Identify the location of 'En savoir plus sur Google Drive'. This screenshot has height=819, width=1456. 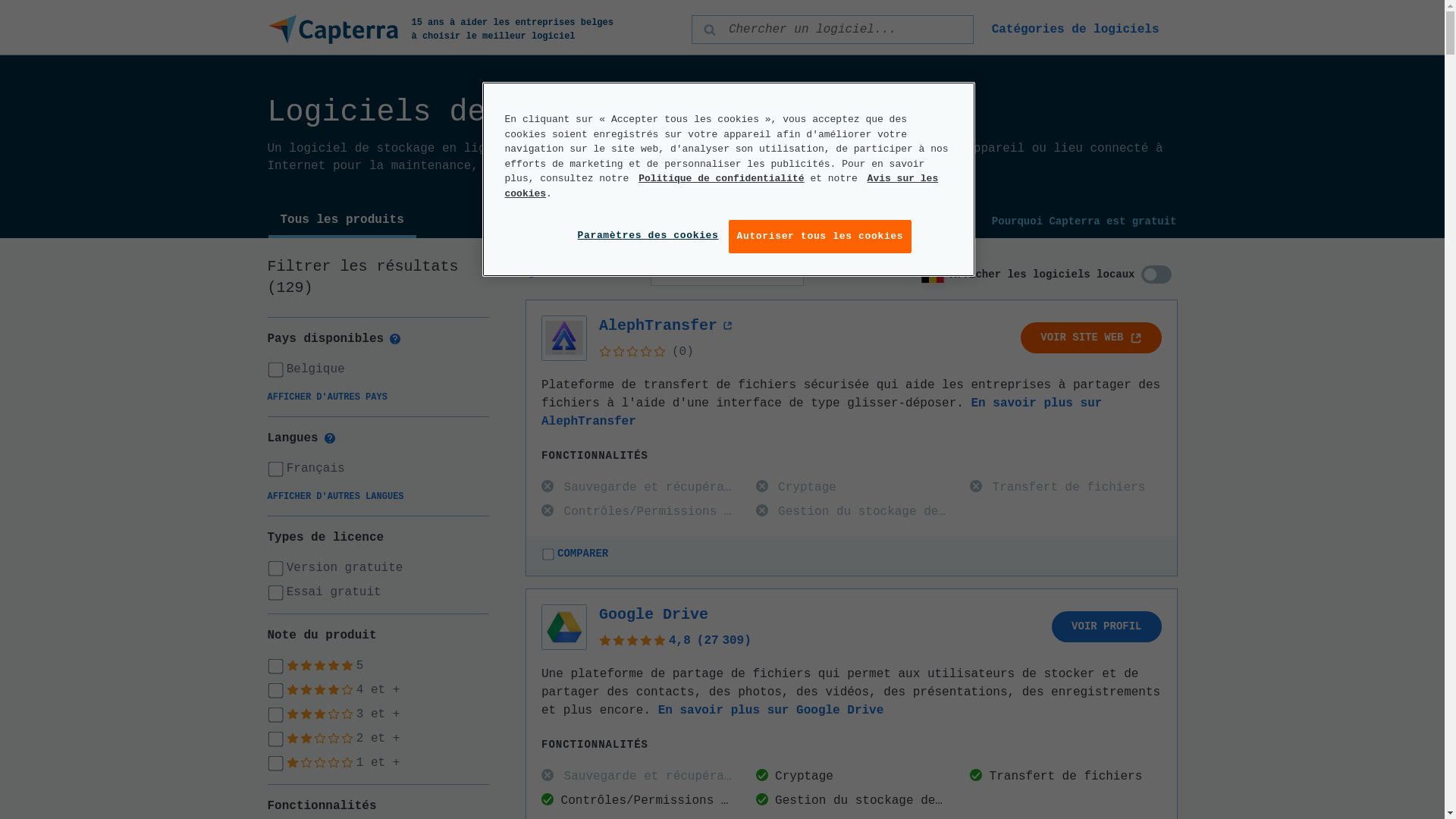
(771, 711).